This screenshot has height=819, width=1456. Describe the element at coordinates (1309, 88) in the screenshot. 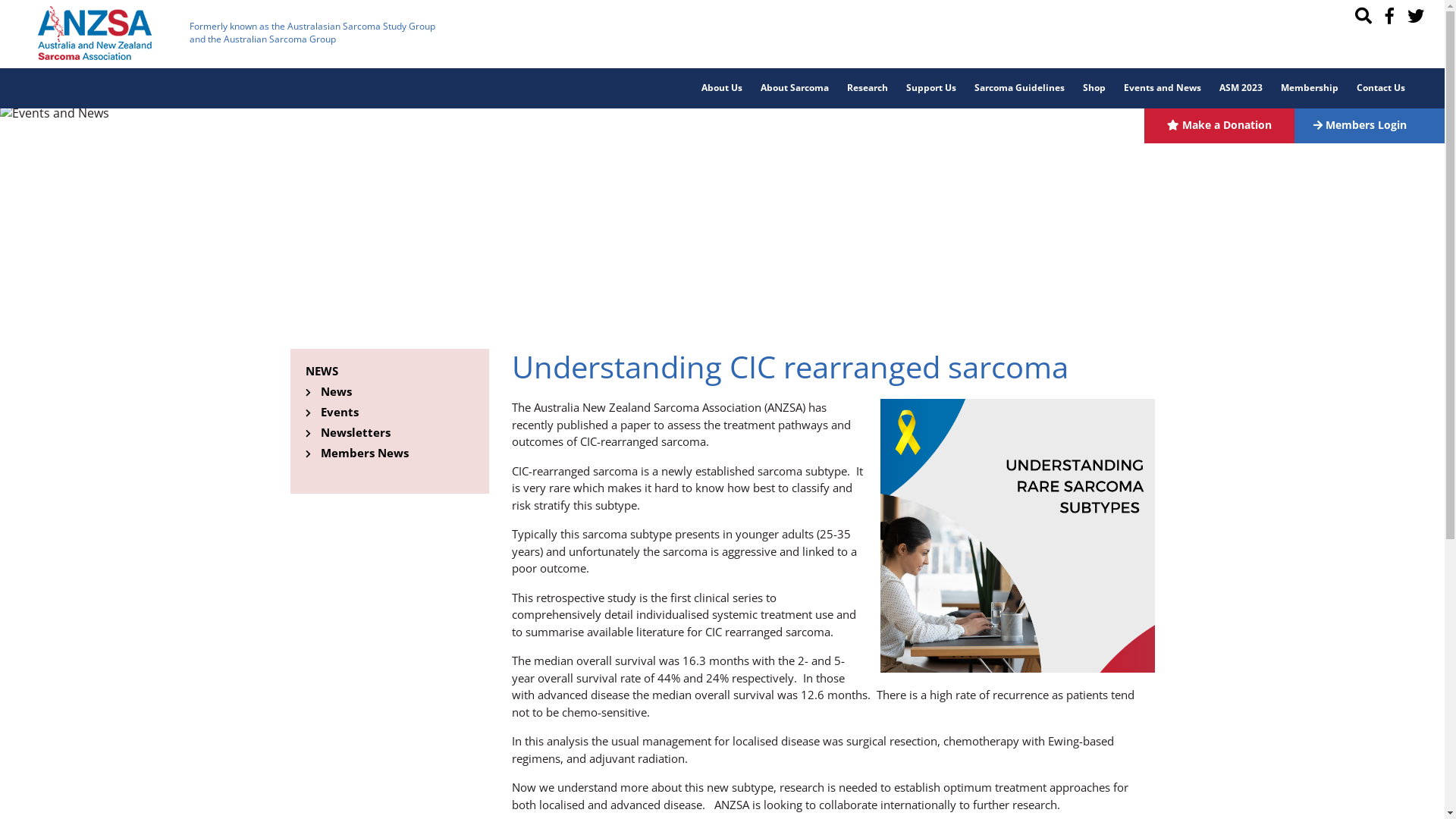

I see `'Membership'` at that location.